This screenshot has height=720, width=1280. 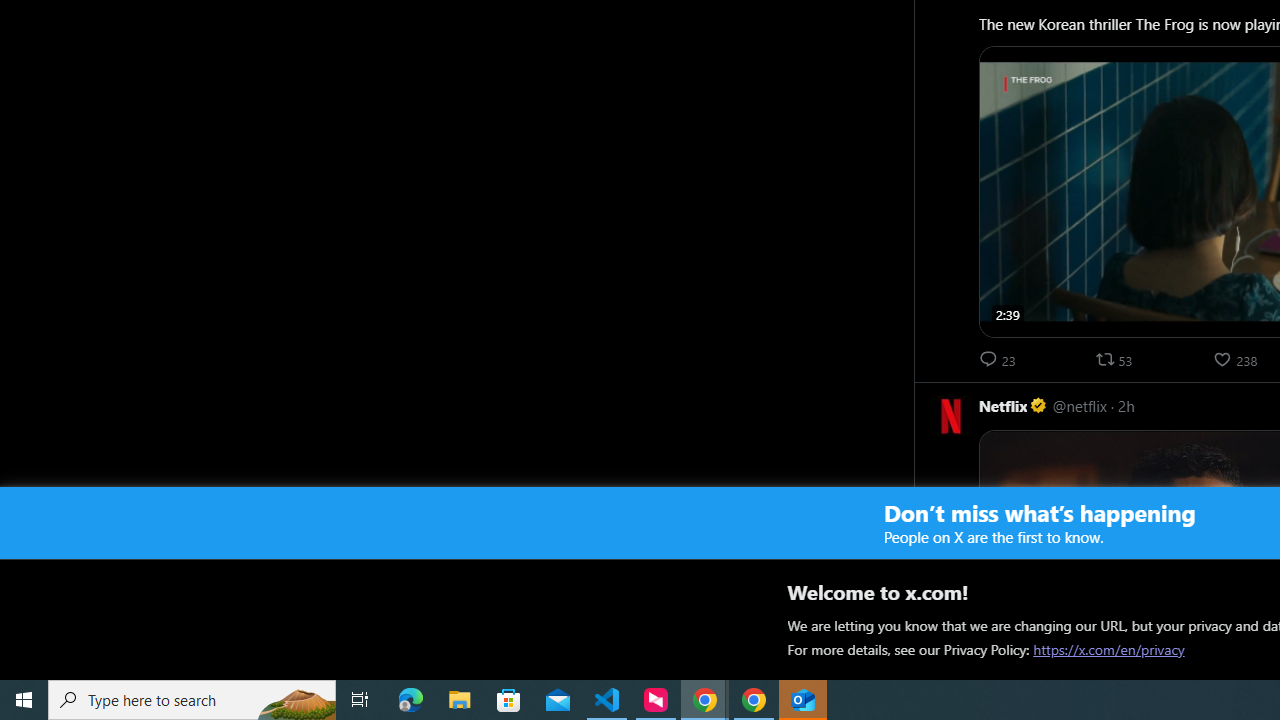 What do you see at coordinates (1039, 405) in the screenshot?
I see `'Verified account'` at bounding box center [1039, 405].